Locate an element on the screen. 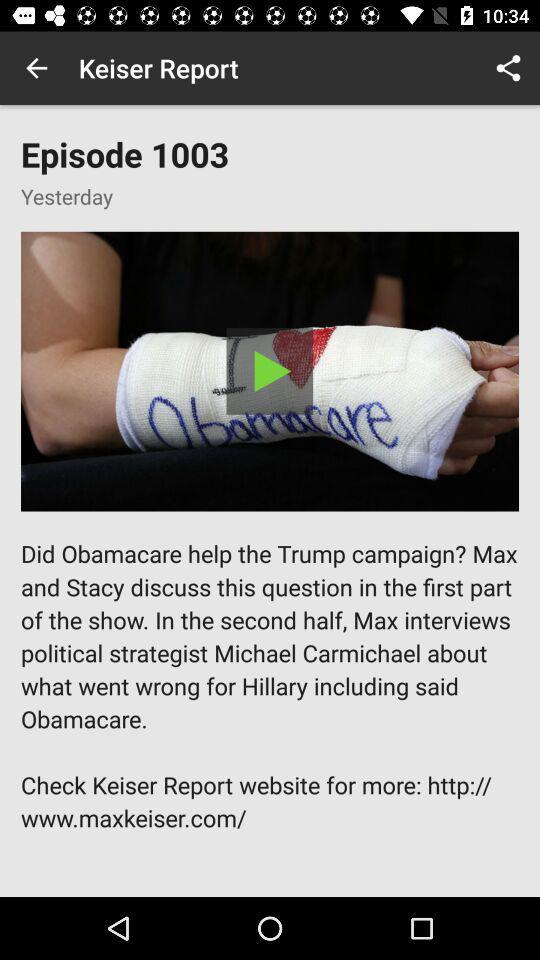  video area is located at coordinates (270, 370).